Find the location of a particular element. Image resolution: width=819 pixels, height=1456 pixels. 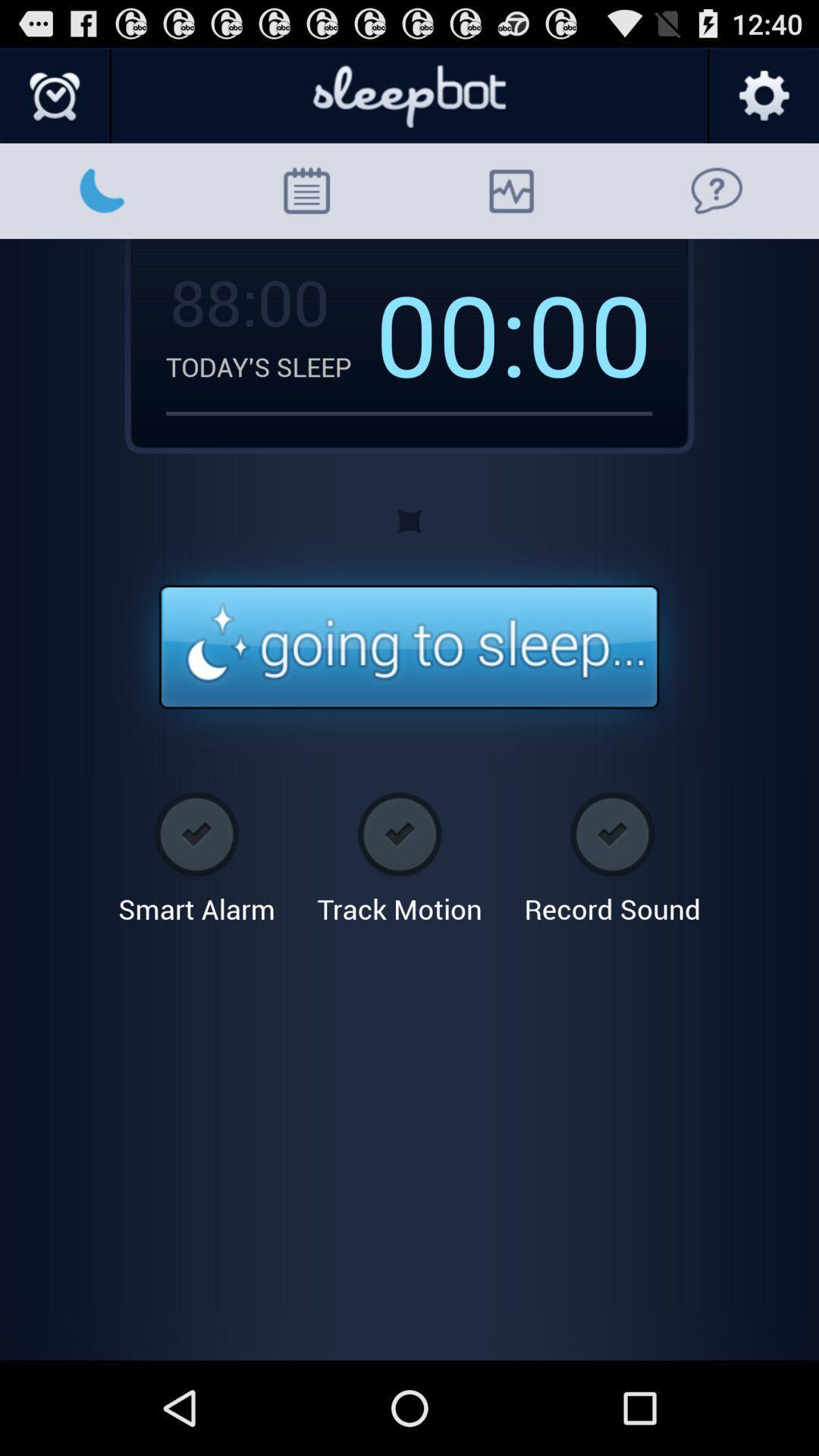

set alarm is located at coordinates (55, 96).